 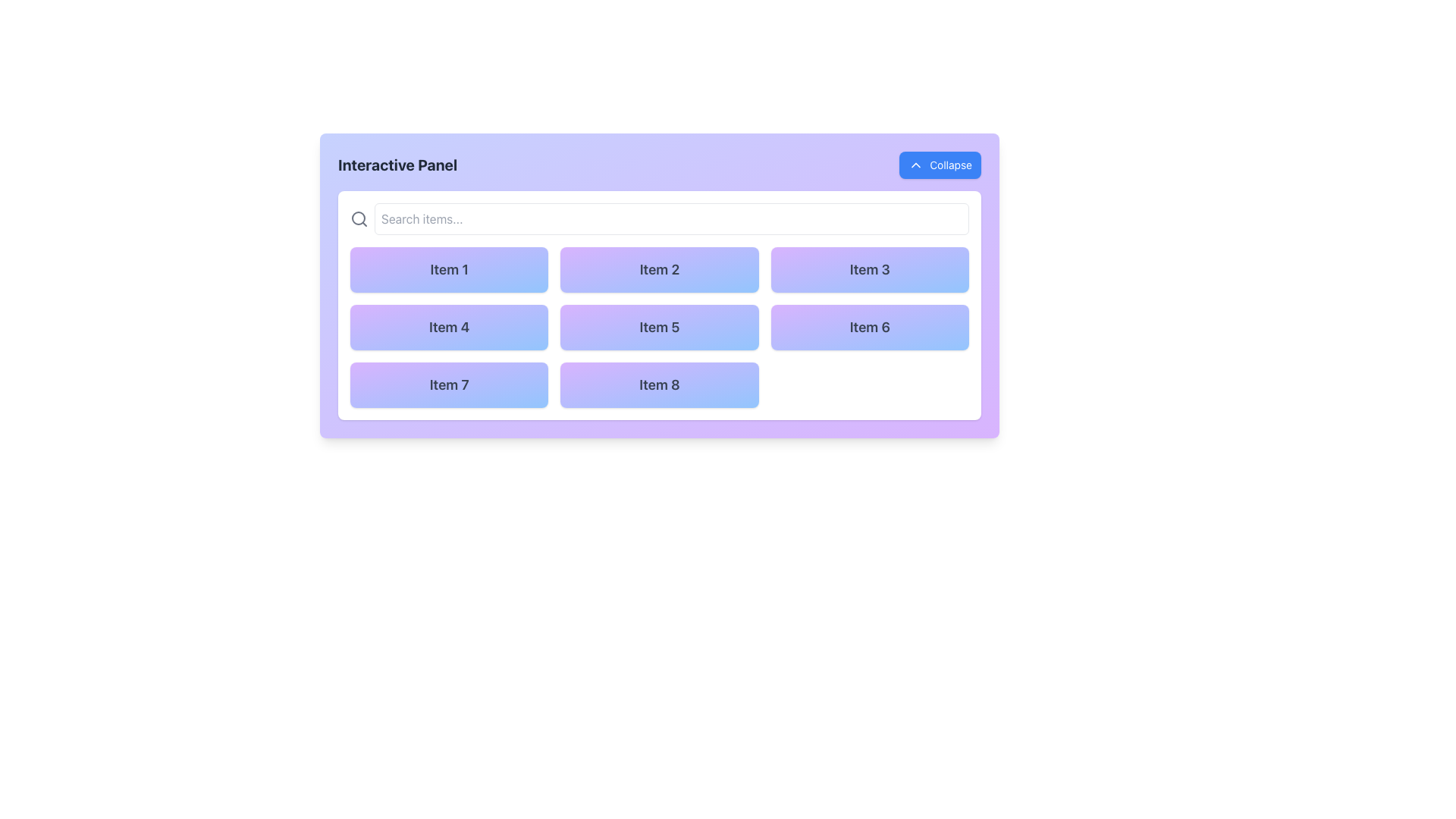 I want to click on the text label displaying 'Item 5' which is centrally aligned within its tile that has a gradient background and rounded corners, so click(x=659, y=326).